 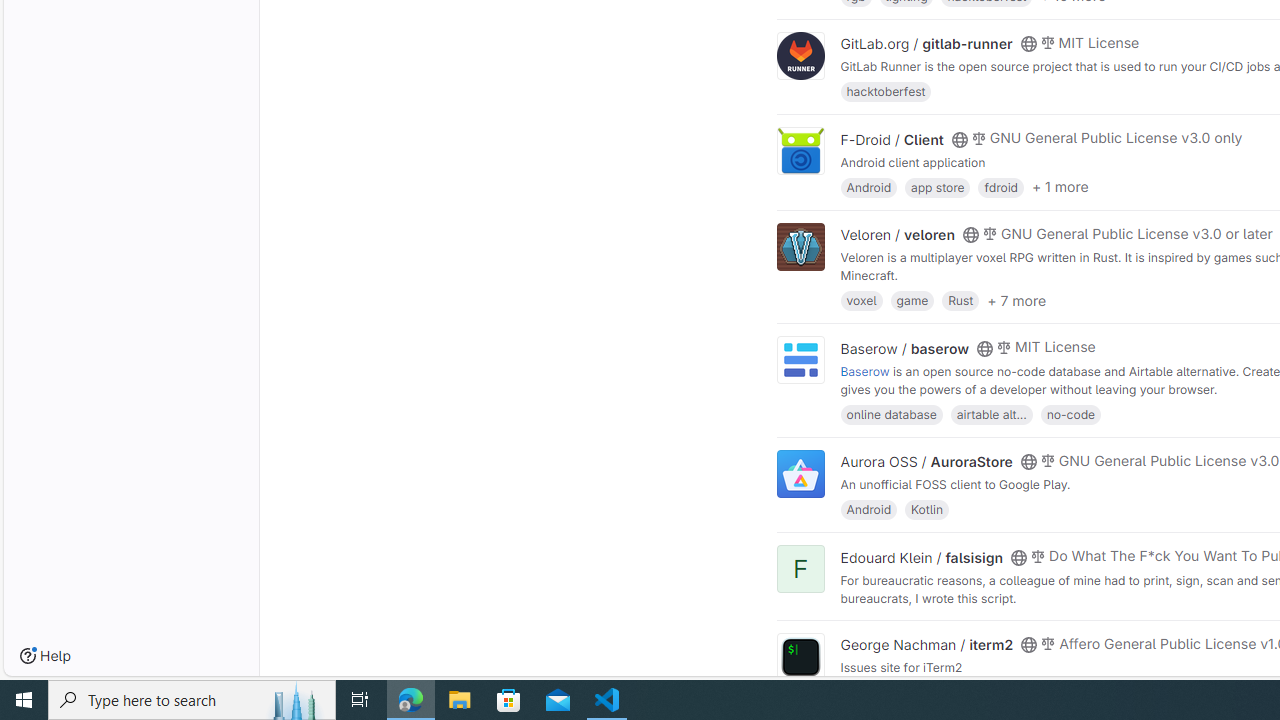 What do you see at coordinates (1000, 186) in the screenshot?
I see `'fdroid'` at bounding box center [1000, 186].